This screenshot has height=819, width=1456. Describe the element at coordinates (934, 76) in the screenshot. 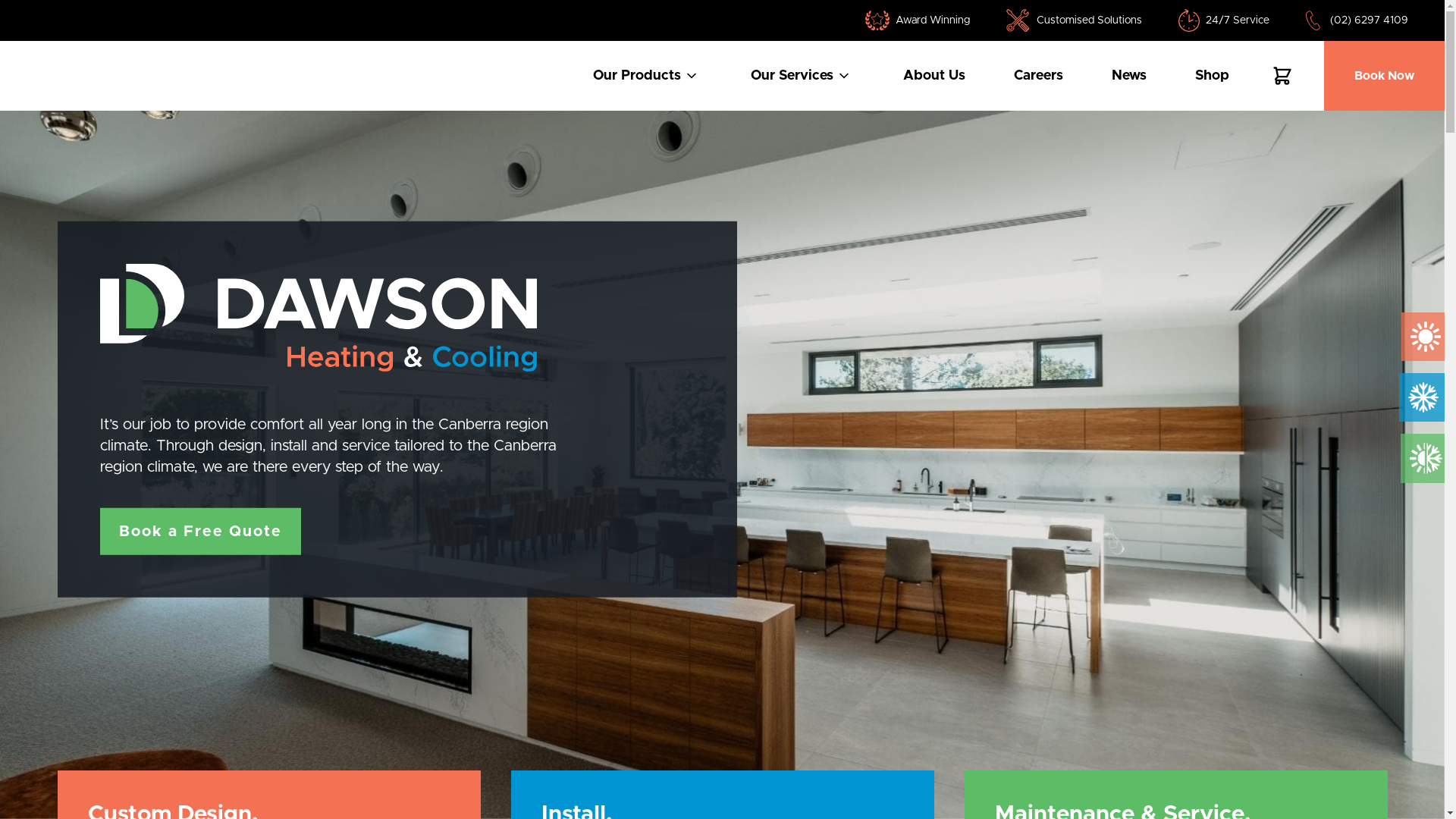

I see `'About Us'` at that location.